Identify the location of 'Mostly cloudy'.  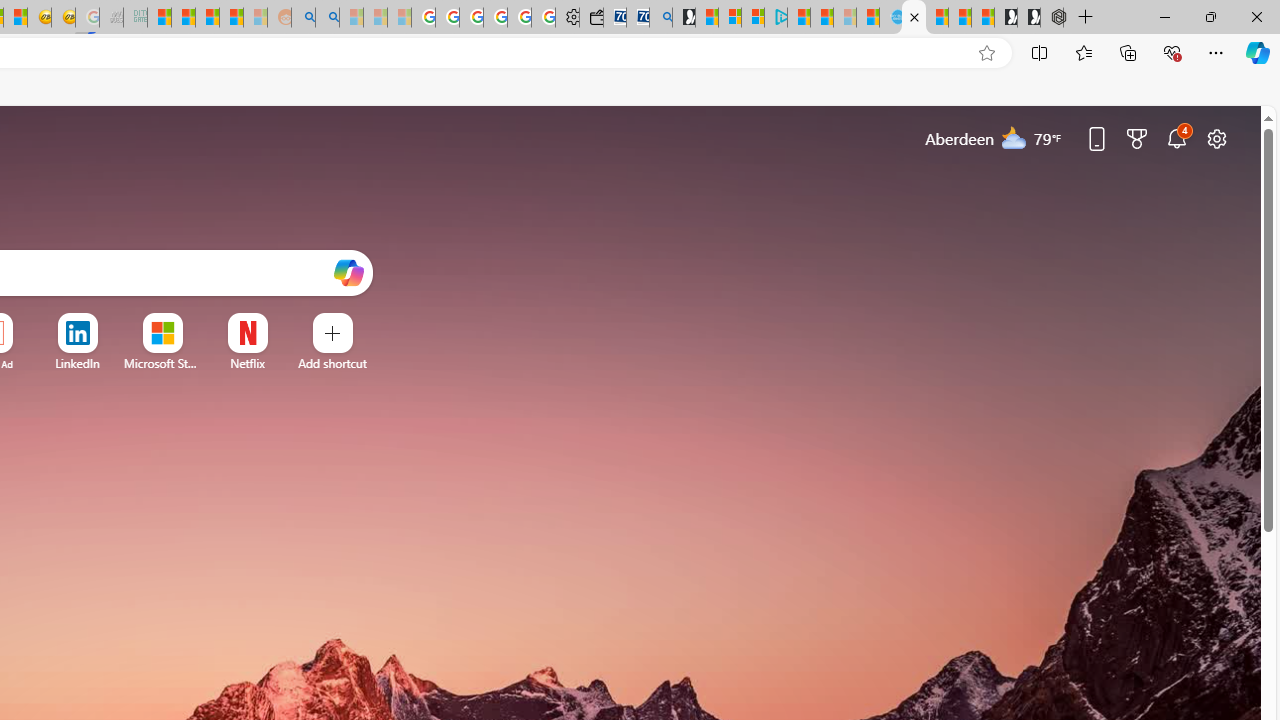
(1014, 136).